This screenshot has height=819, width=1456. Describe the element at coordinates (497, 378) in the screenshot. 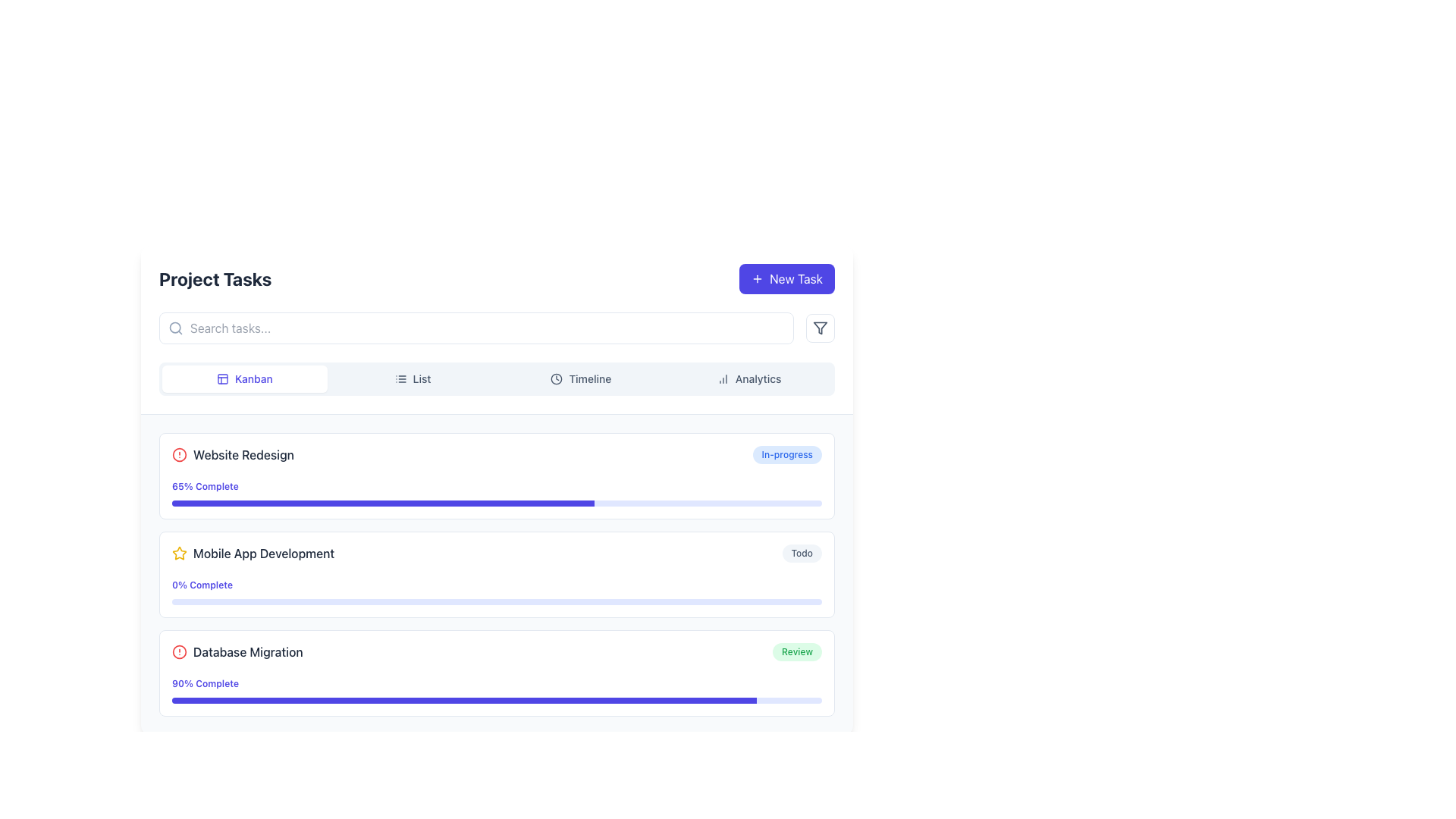

I see `the third interactive segment button of the navigation bar located near the top center of the interface, which allows navigation between different views such as 'Kanban', 'List', 'Timeline', and 'Analytics'` at that location.